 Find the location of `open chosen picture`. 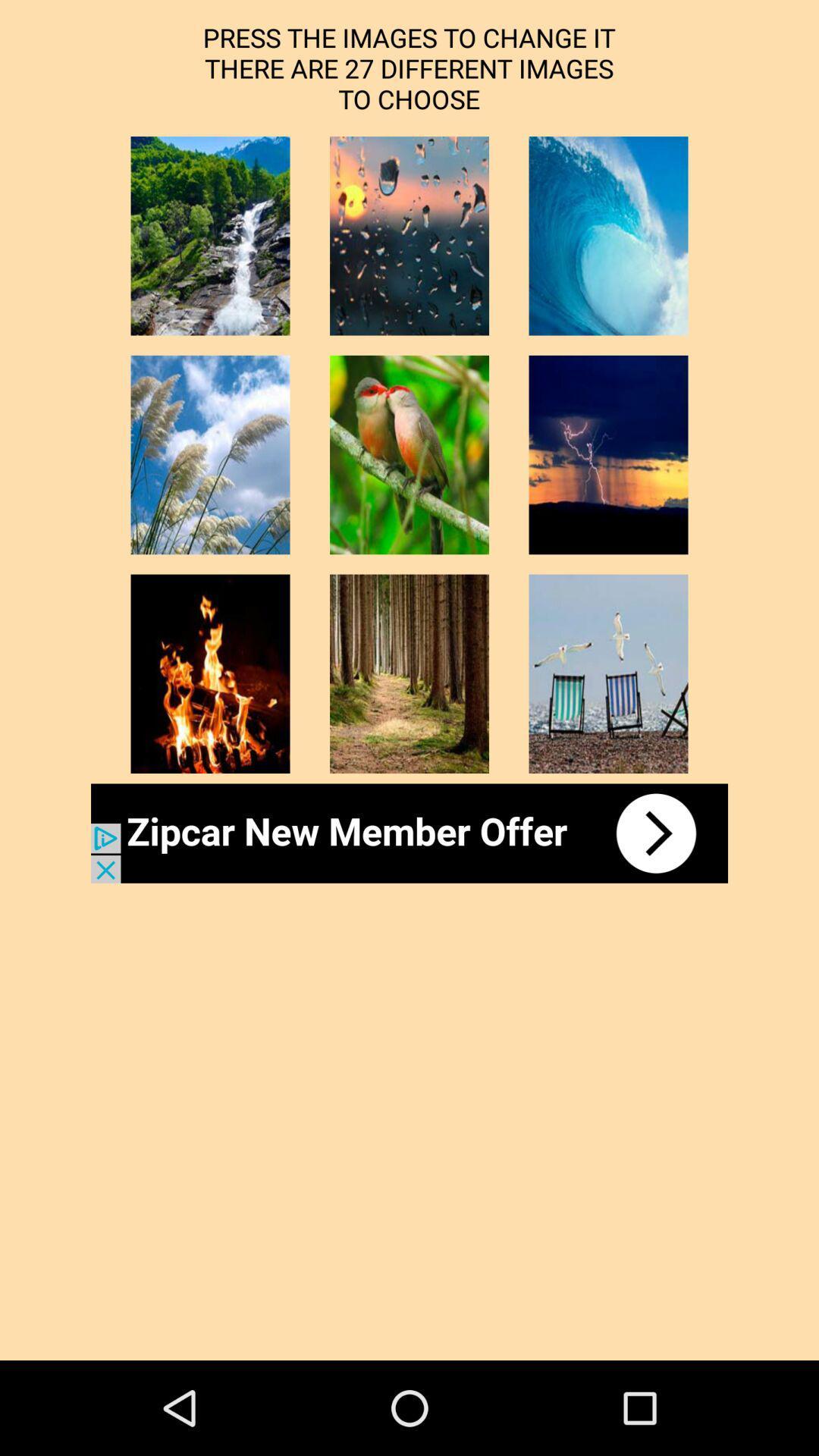

open chosen picture is located at coordinates (607, 454).